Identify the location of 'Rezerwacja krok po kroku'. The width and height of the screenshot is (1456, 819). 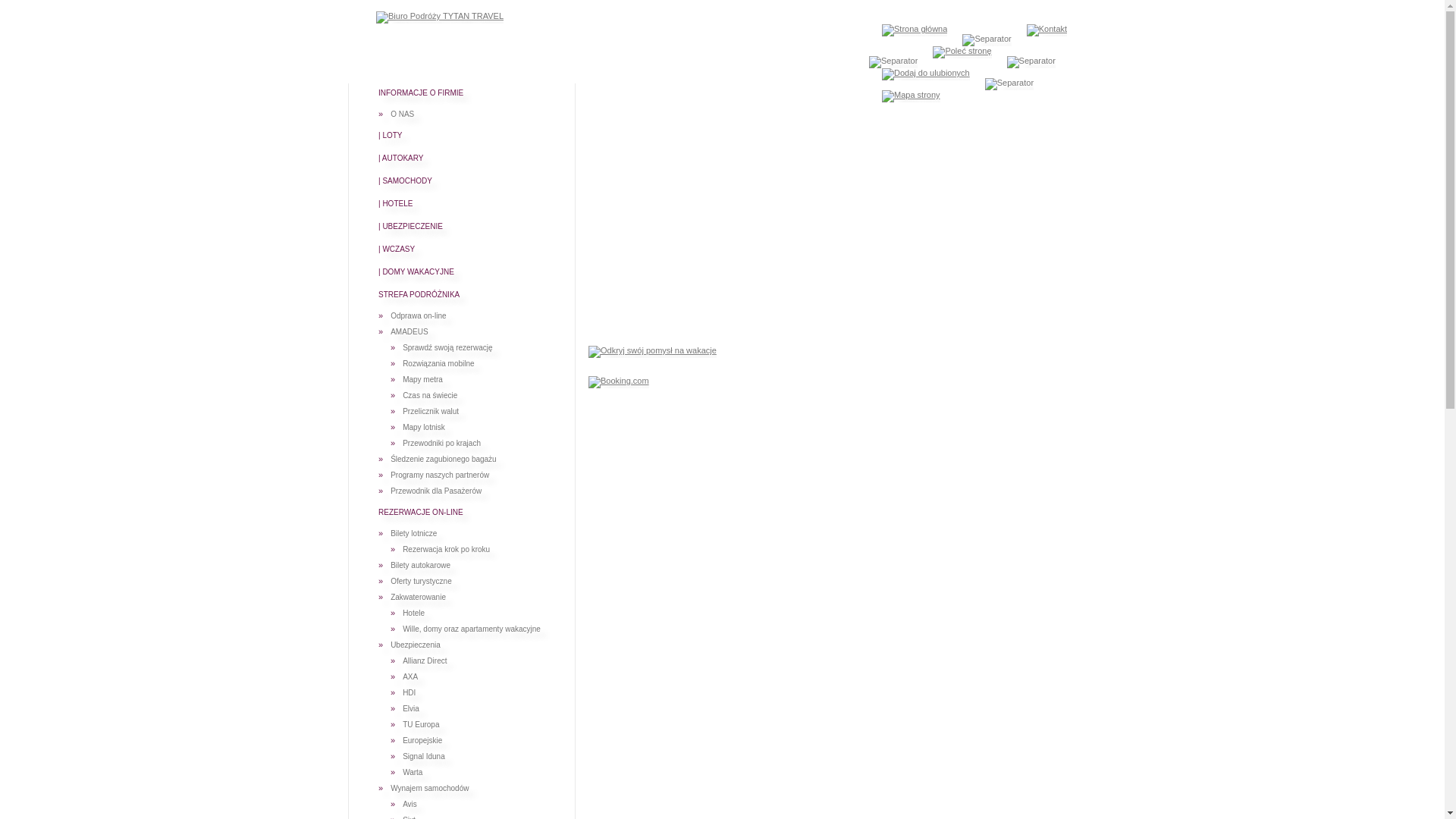
(445, 550).